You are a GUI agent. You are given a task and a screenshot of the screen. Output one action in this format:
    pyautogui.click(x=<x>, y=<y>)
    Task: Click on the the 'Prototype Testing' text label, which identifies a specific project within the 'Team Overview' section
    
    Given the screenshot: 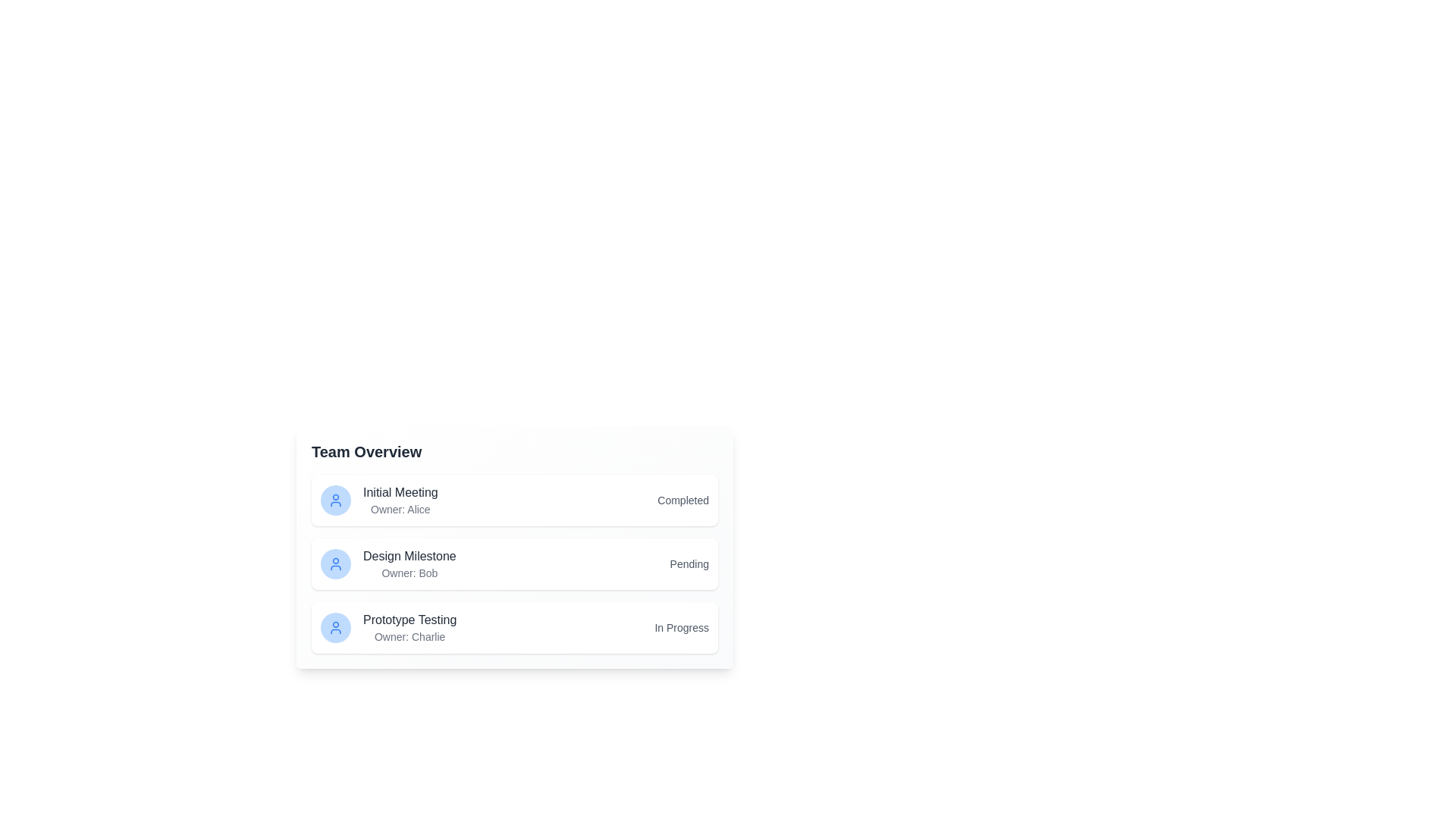 What is the action you would take?
    pyautogui.click(x=409, y=620)
    